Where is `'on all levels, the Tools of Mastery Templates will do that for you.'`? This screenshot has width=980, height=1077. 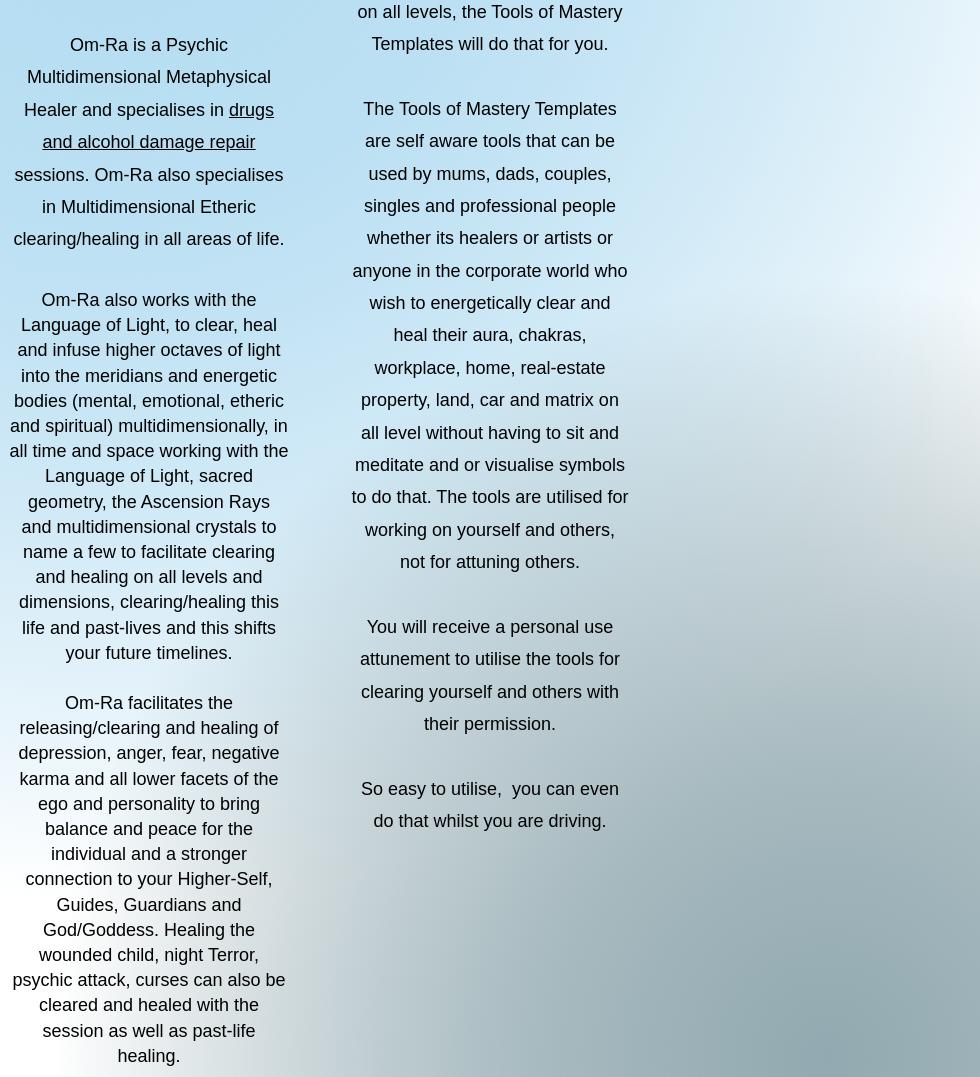 'on all levels, the Tools of Mastery Templates will do that for you.' is located at coordinates (489, 26).